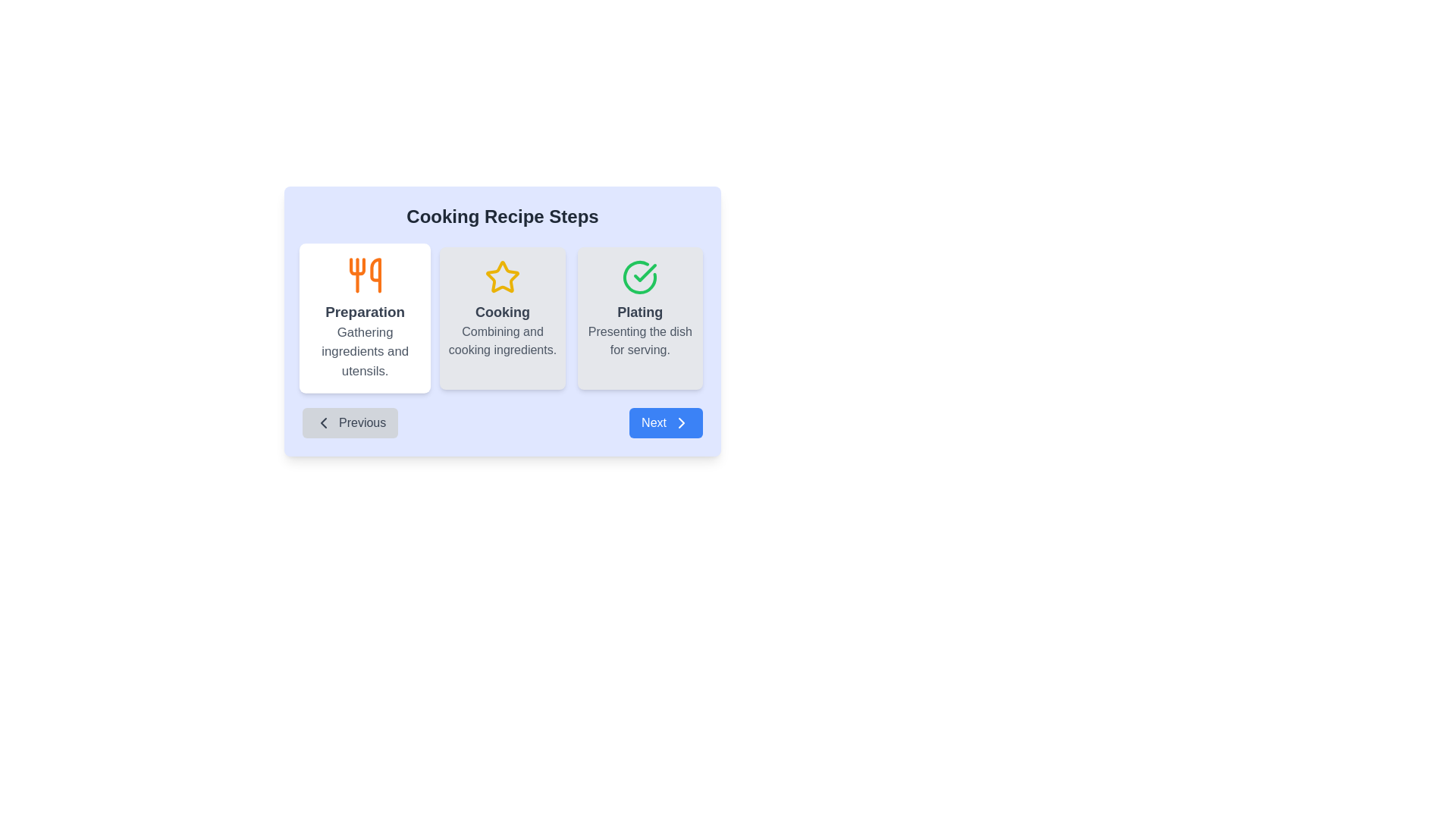 Image resolution: width=1456 pixels, height=819 pixels. I want to click on the informational card section titled 'Cooking' with the subtitle 'Combining and cooking ingredients.' that is located in the middle of a three-column grid under the header 'Cooking Recipe Steps', so click(502, 318).